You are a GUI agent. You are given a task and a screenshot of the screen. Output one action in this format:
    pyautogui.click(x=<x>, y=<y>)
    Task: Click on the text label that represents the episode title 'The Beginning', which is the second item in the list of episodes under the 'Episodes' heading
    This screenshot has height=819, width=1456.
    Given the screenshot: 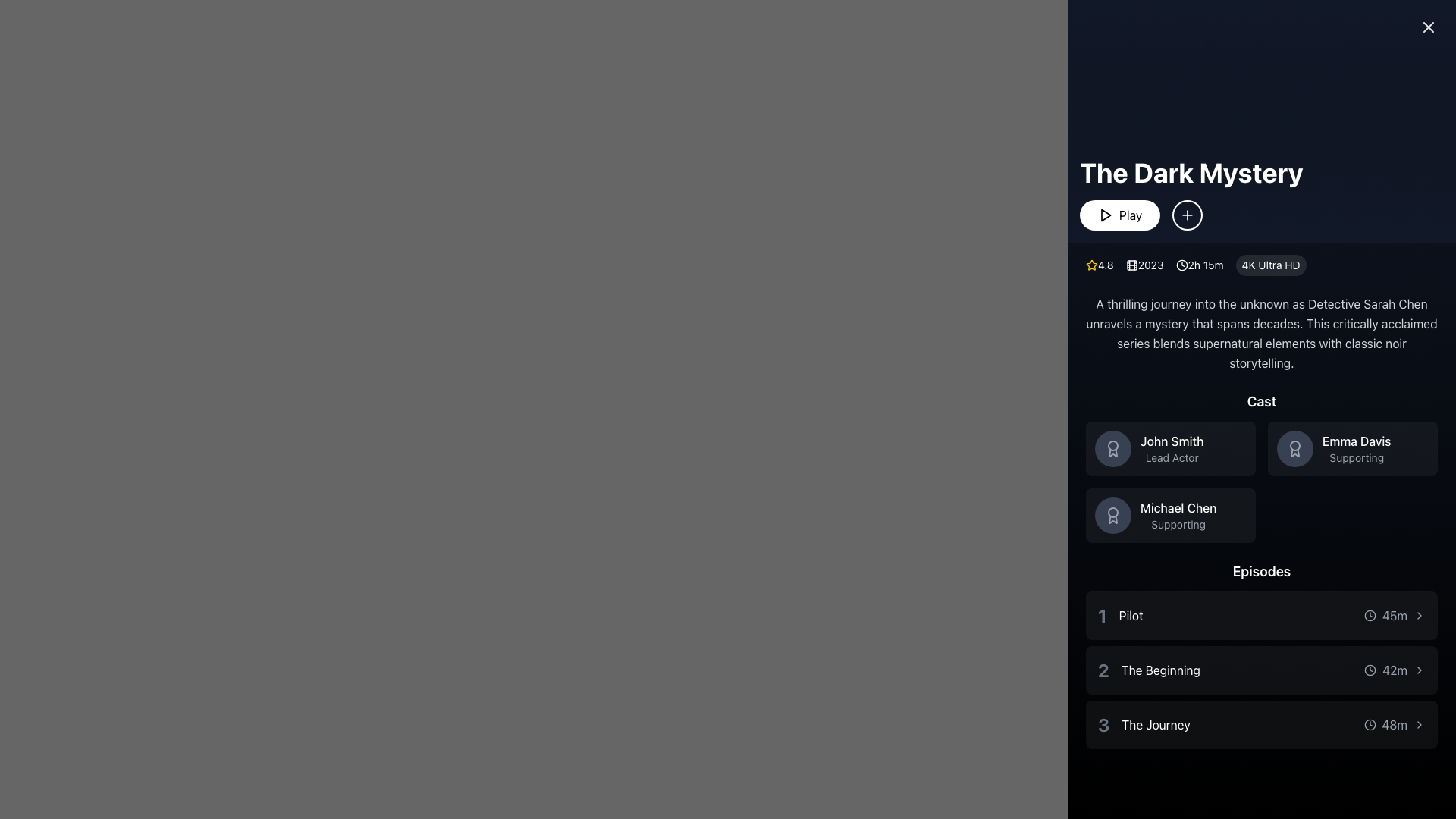 What is the action you would take?
    pyautogui.click(x=1149, y=669)
    